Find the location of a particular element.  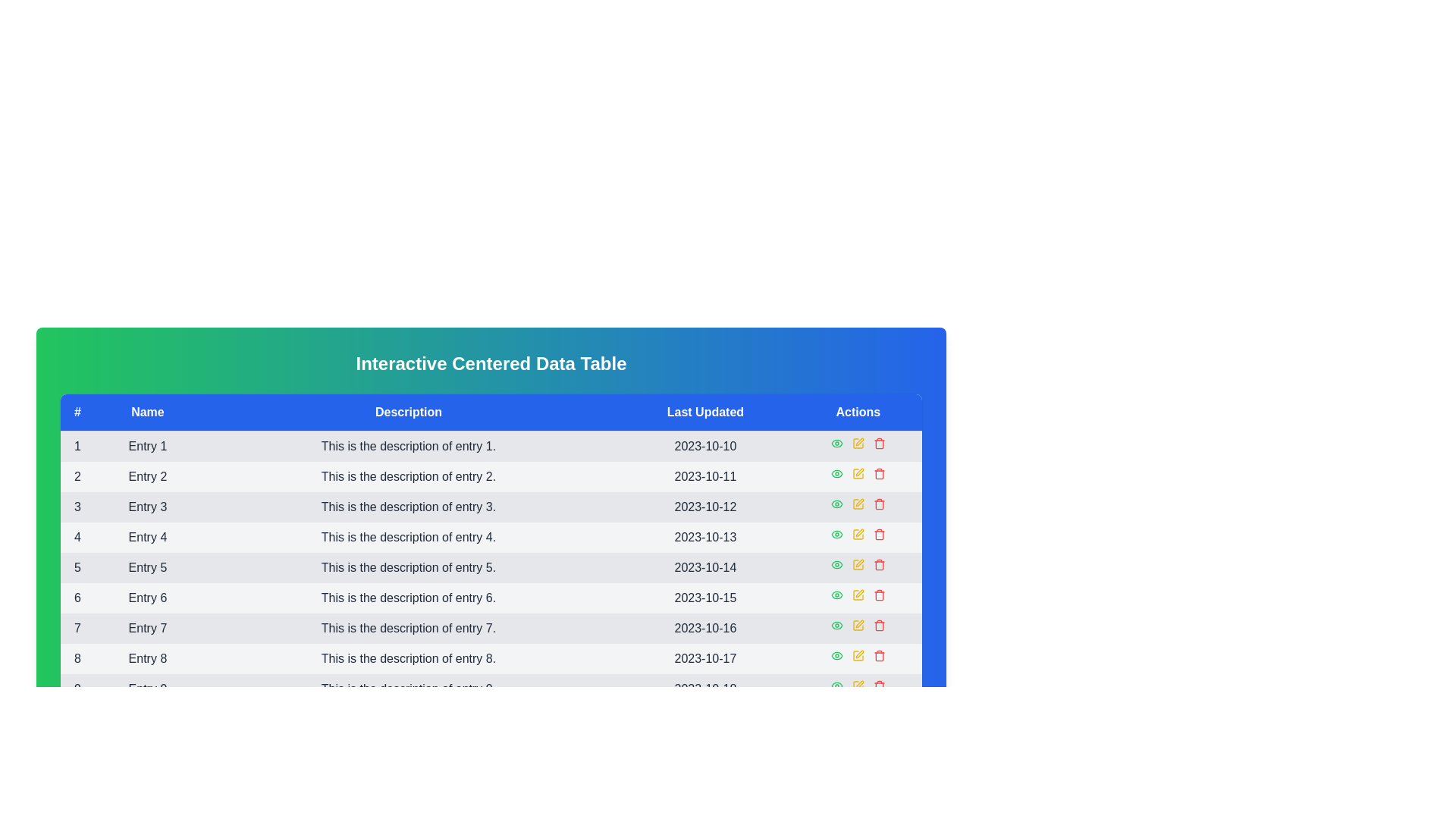

the column header to sort the data by # is located at coordinates (77, 413).